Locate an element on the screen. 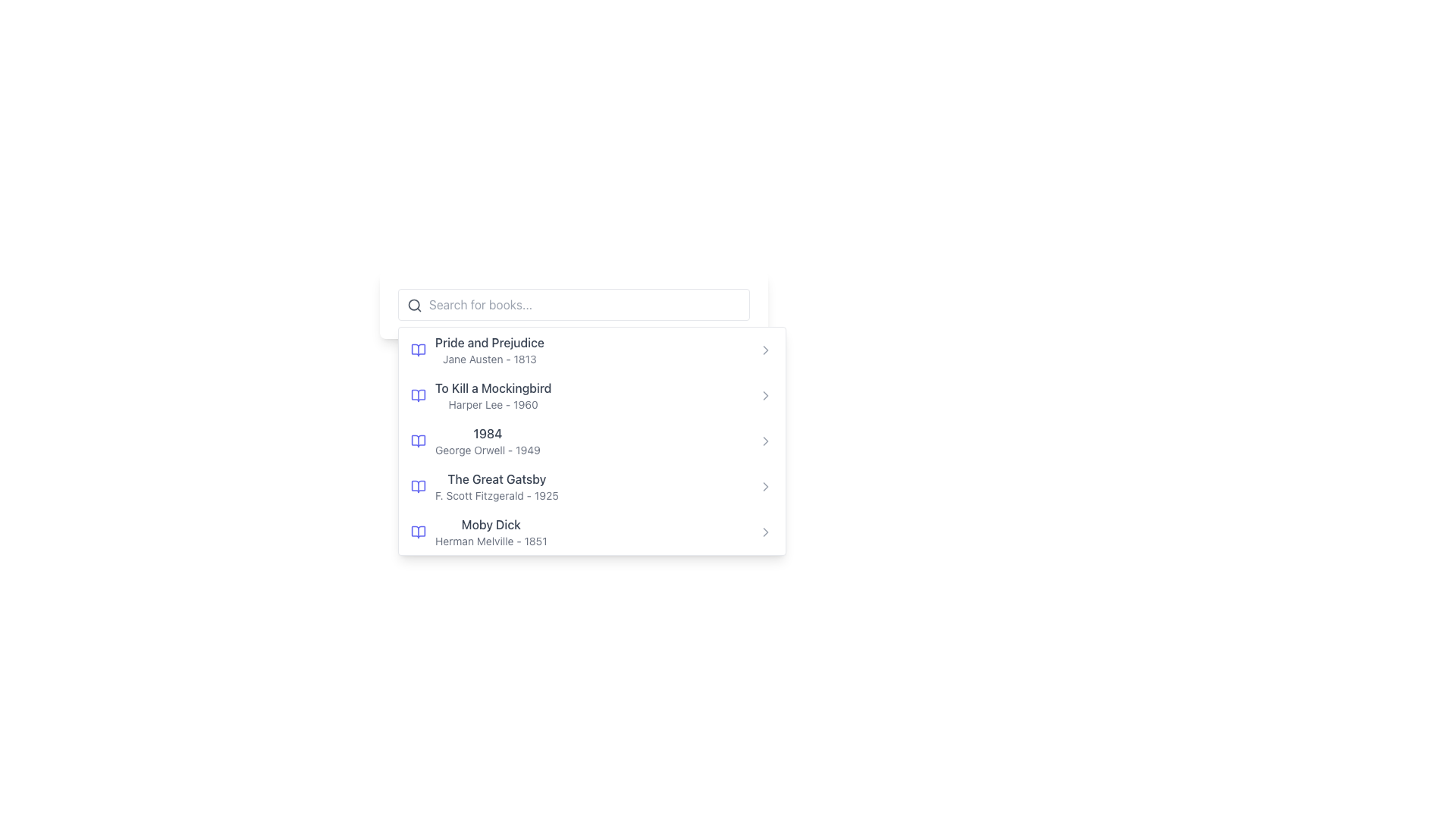  the right-facing chevron icon located at the far-right side of the row displaying 'Moby Dick' is located at coordinates (765, 532).